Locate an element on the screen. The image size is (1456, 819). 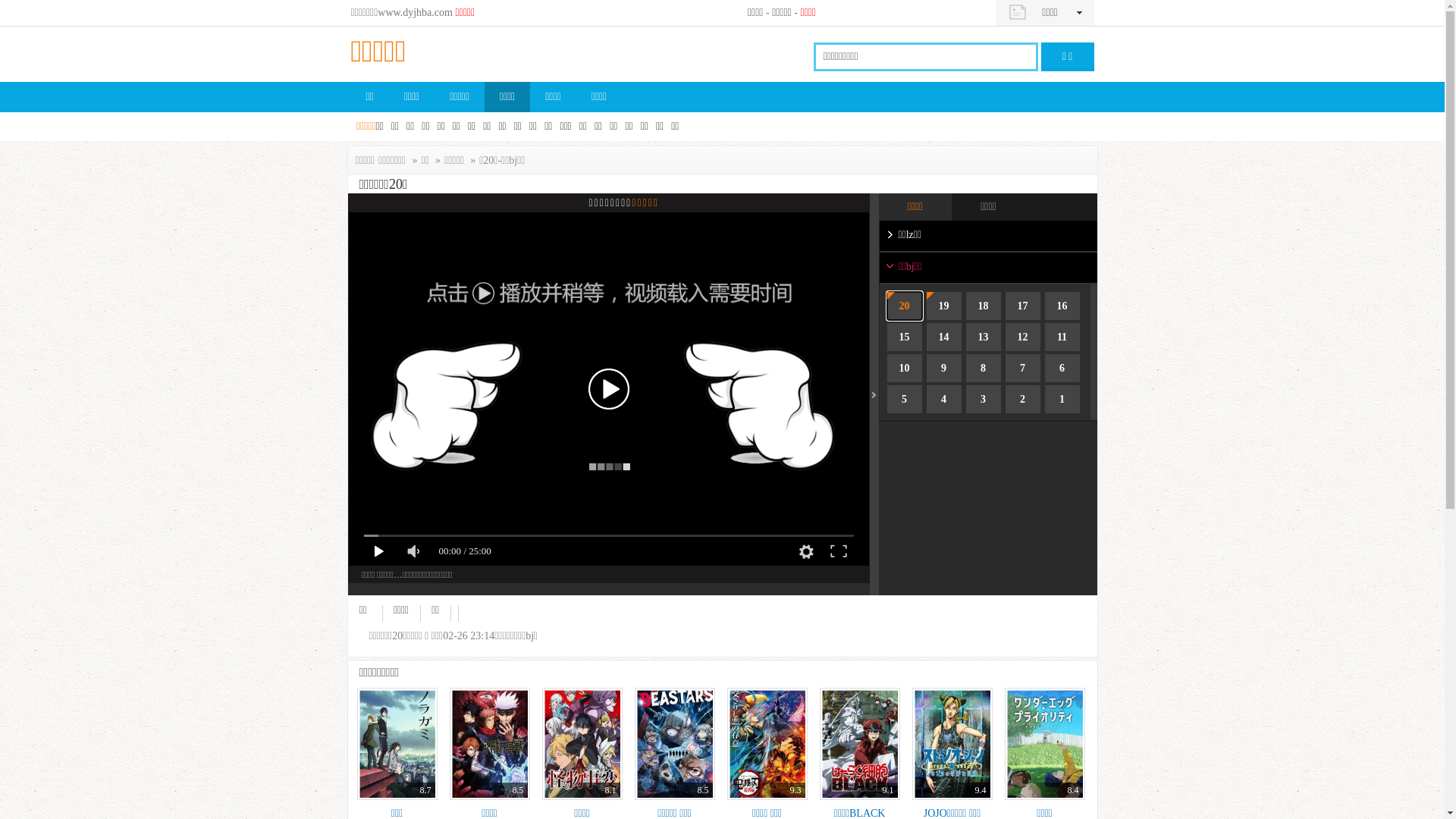
'4' is located at coordinates (943, 398).